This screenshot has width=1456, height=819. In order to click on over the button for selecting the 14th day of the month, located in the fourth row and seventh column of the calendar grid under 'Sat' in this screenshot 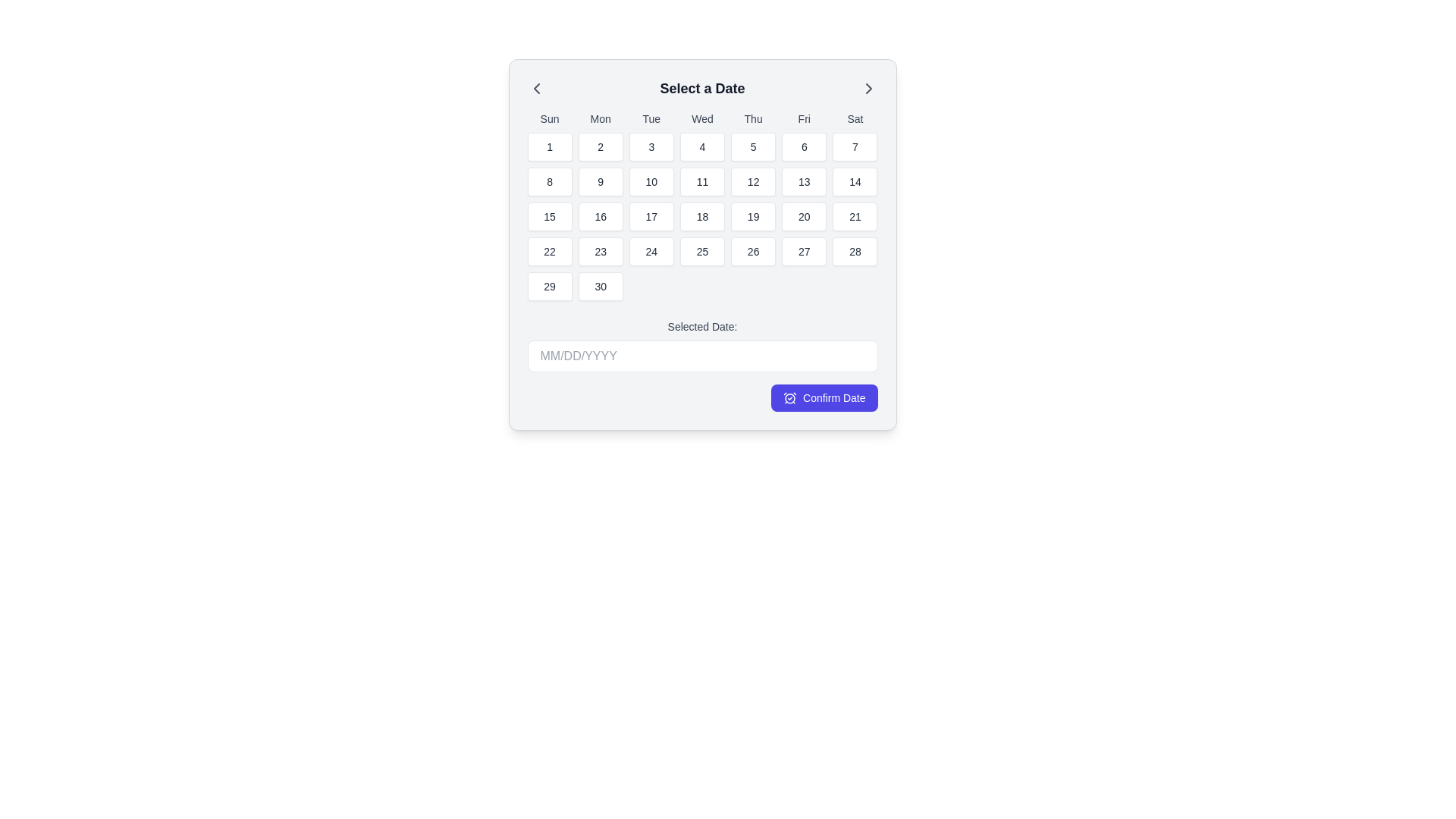, I will do `click(855, 180)`.